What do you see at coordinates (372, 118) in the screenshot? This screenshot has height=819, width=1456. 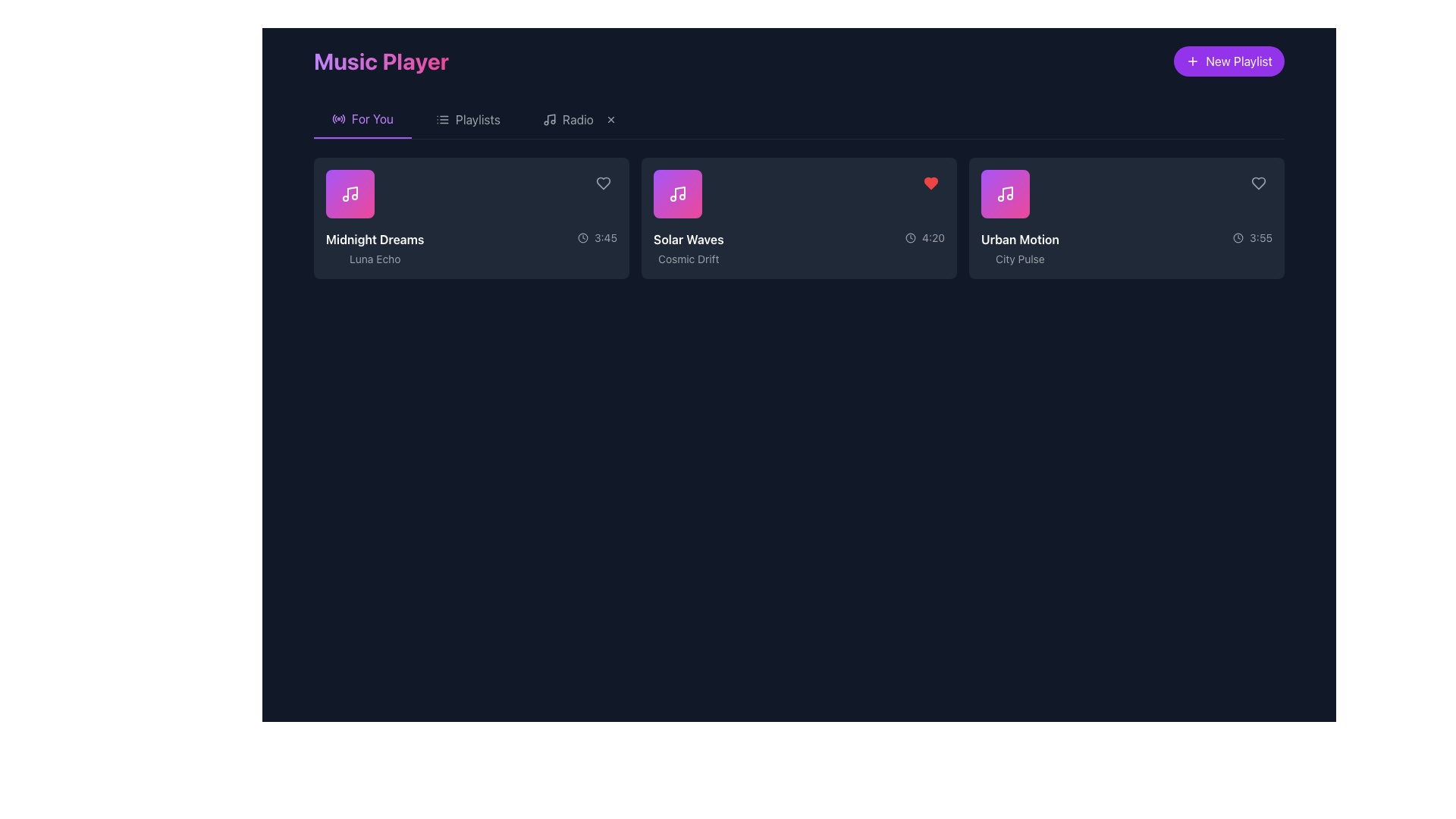 I see `accessibility tools` at bounding box center [372, 118].